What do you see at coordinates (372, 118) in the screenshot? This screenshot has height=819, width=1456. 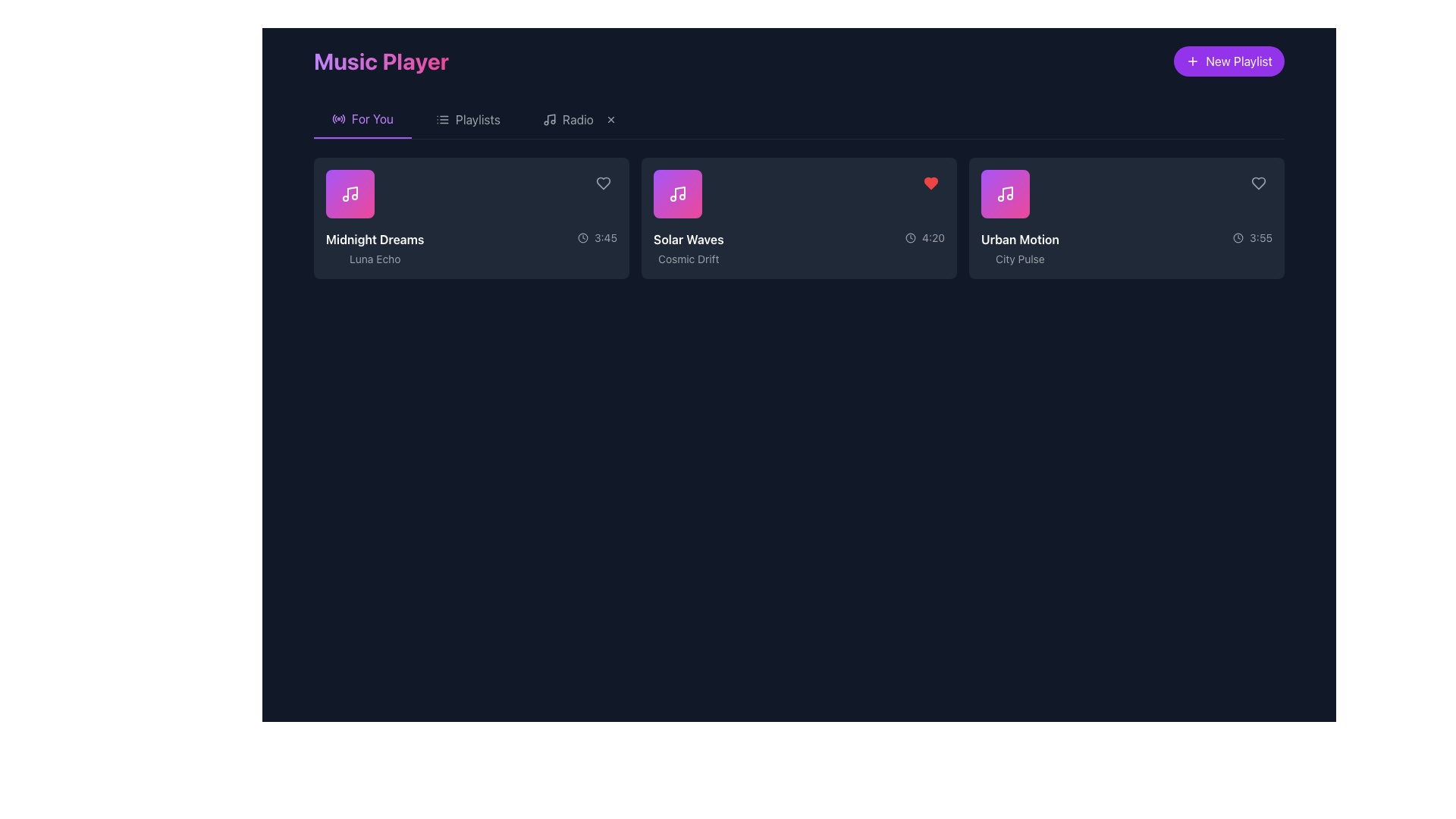 I see `accessibility tools` at bounding box center [372, 118].